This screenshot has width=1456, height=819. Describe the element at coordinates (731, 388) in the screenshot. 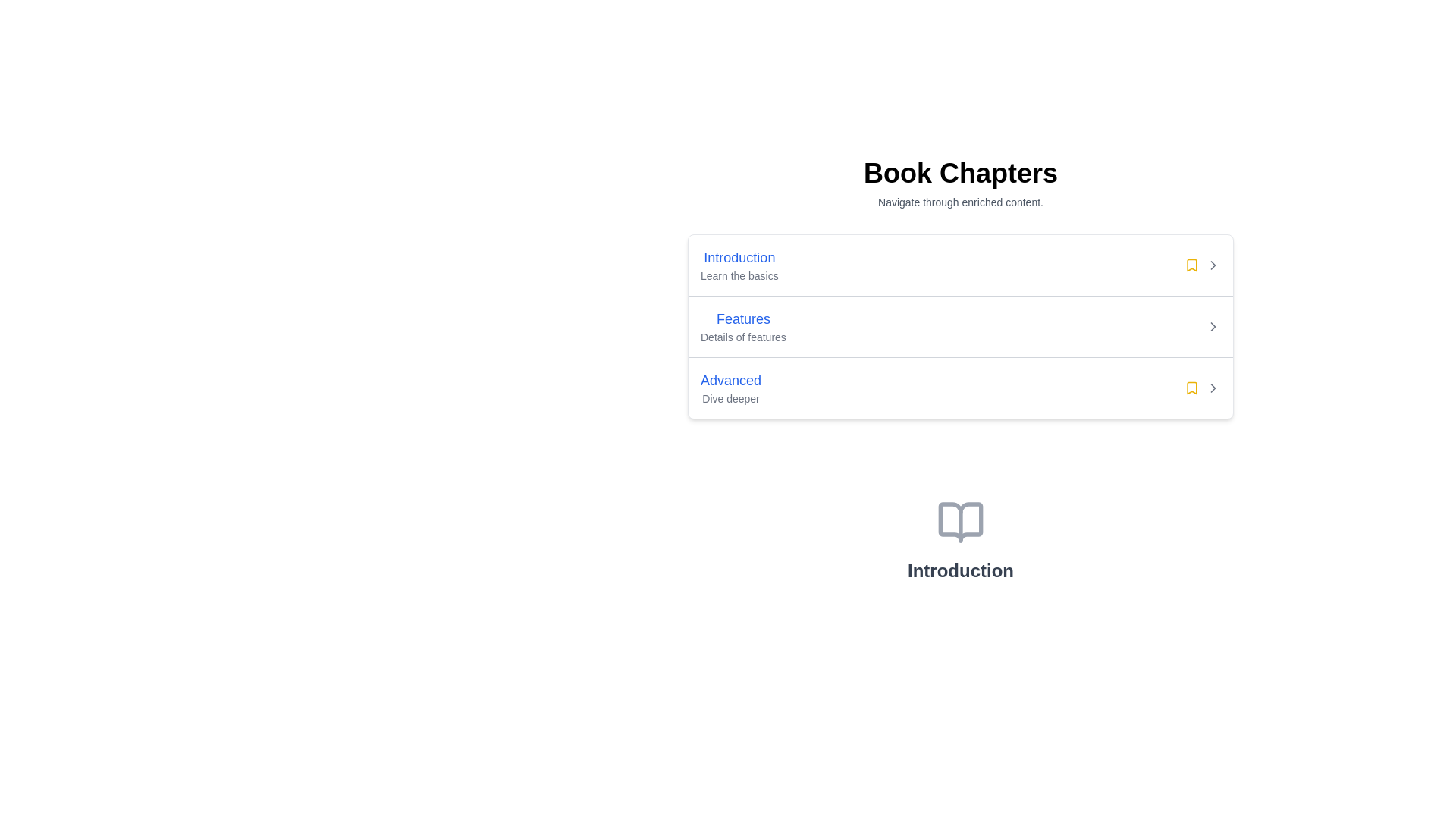

I see `the navigation link for the 'Advanced' section, which is the third item in the vertical list of chapter navigation entries under 'Book Chapters'` at that location.